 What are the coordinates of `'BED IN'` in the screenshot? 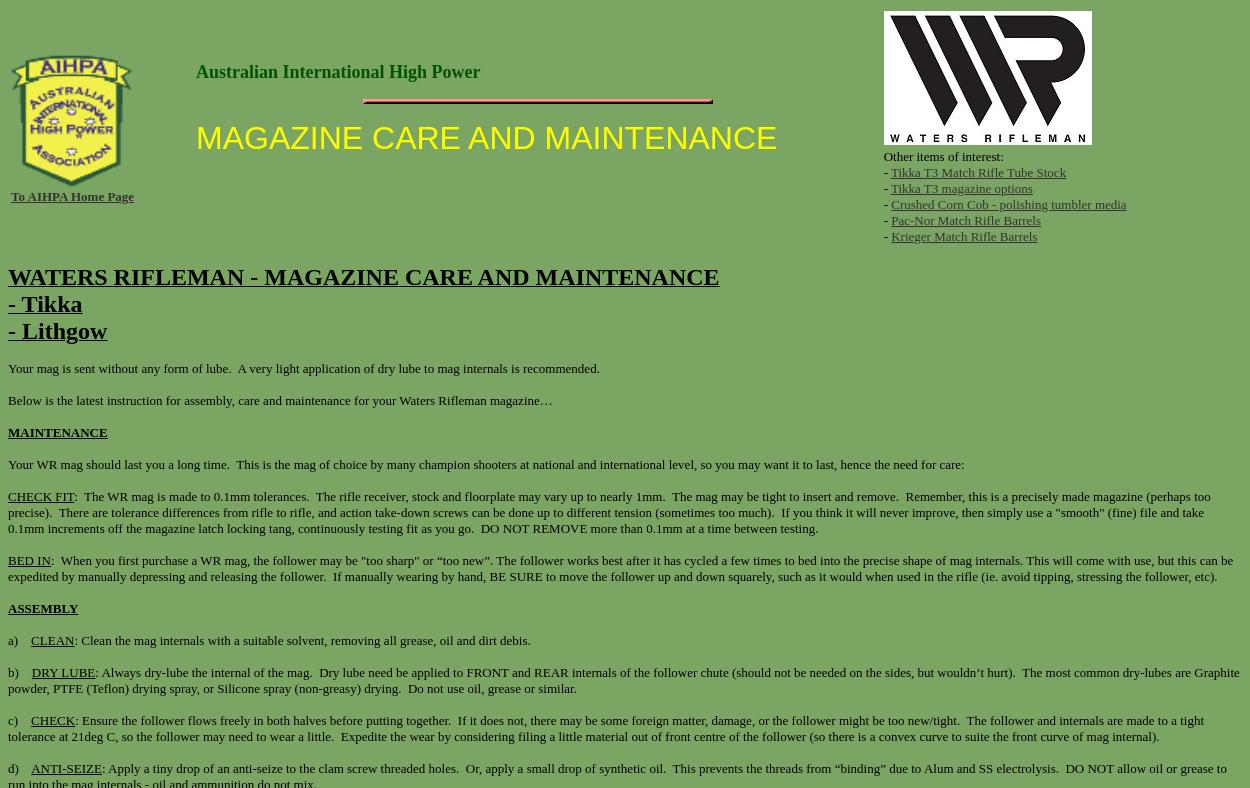 It's located at (28, 560).